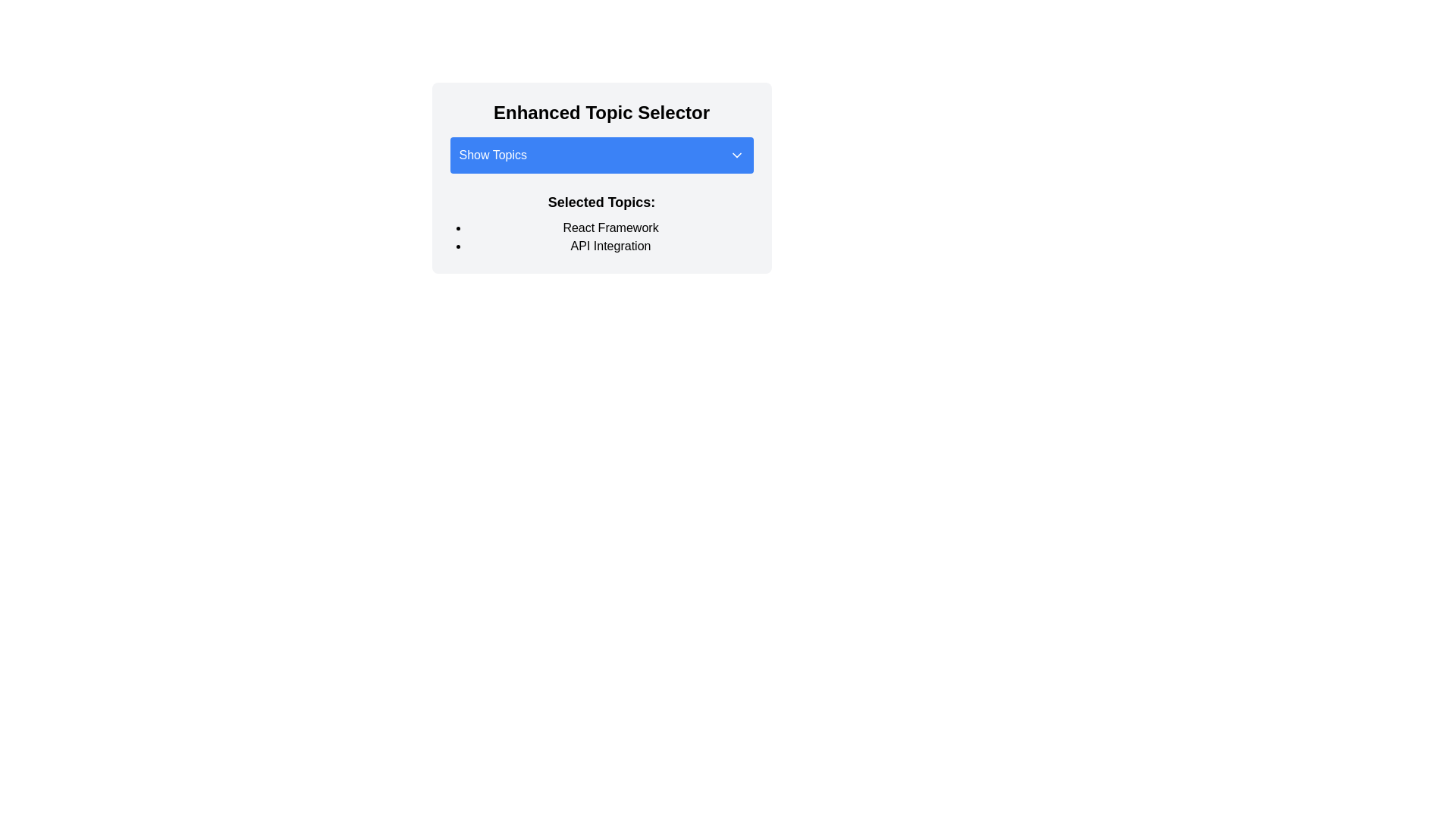  What do you see at coordinates (601, 201) in the screenshot?
I see `the text label indicating the purpose of the subsequent list of selected topics, located below the 'Show Topics' dropdown button` at bounding box center [601, 201].